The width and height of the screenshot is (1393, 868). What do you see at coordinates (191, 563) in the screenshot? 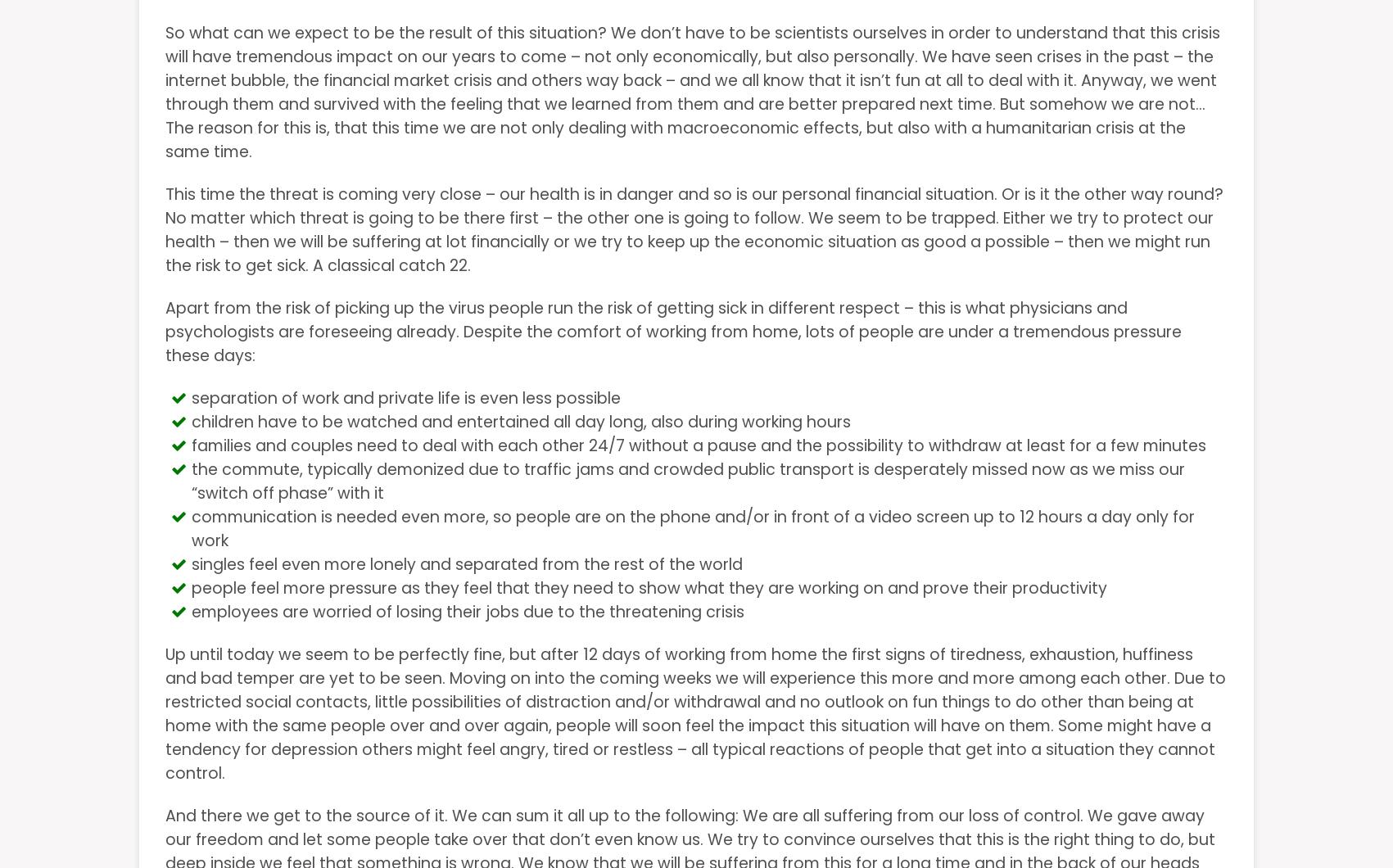
I see `'singles feel even more lonely and separated from the rest of the world'` at bounding box center [191, 563].